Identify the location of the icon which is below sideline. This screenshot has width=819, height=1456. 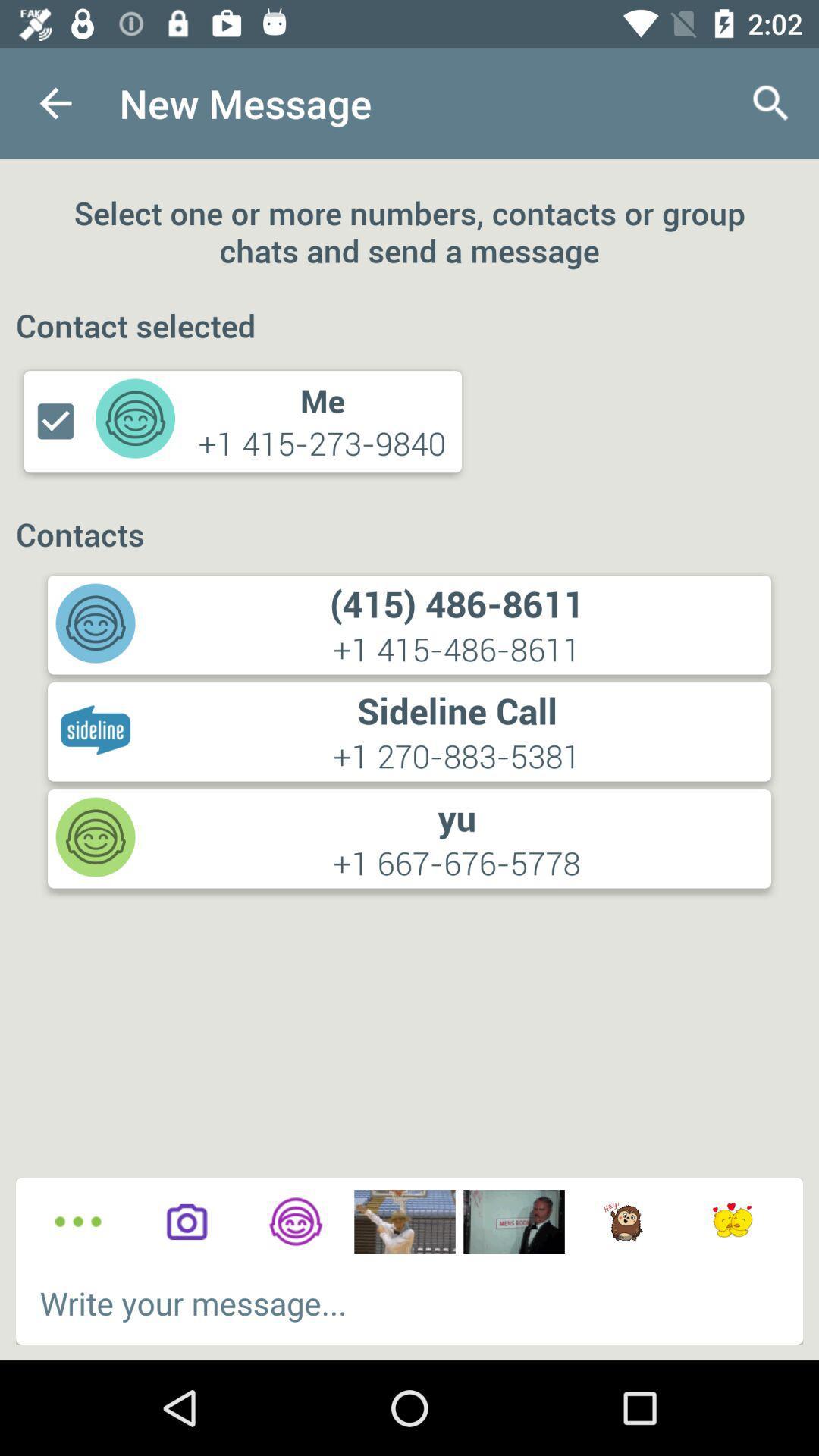
(96, 836).